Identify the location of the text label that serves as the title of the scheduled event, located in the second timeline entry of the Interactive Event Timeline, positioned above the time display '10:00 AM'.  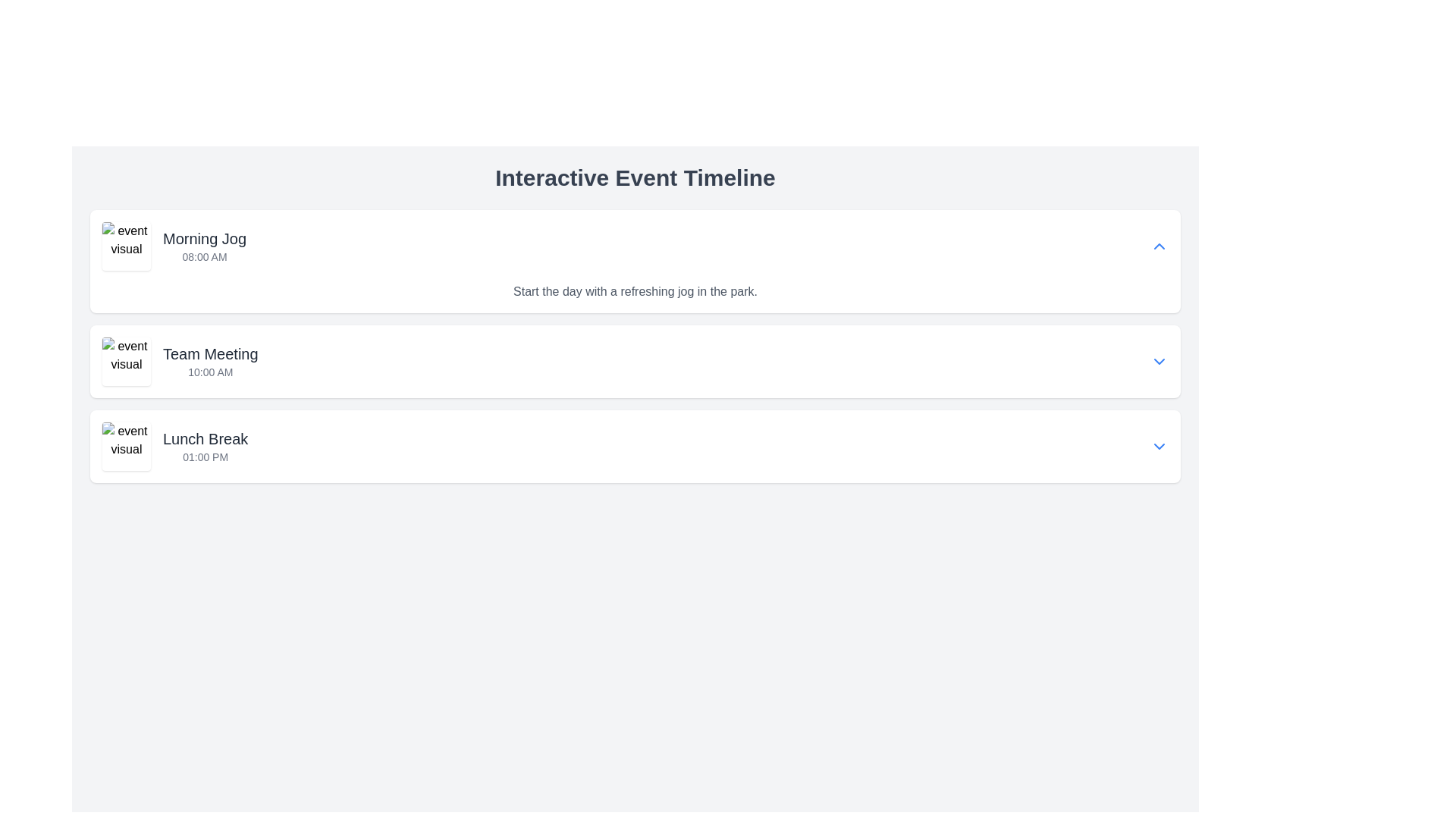
(209, 353).